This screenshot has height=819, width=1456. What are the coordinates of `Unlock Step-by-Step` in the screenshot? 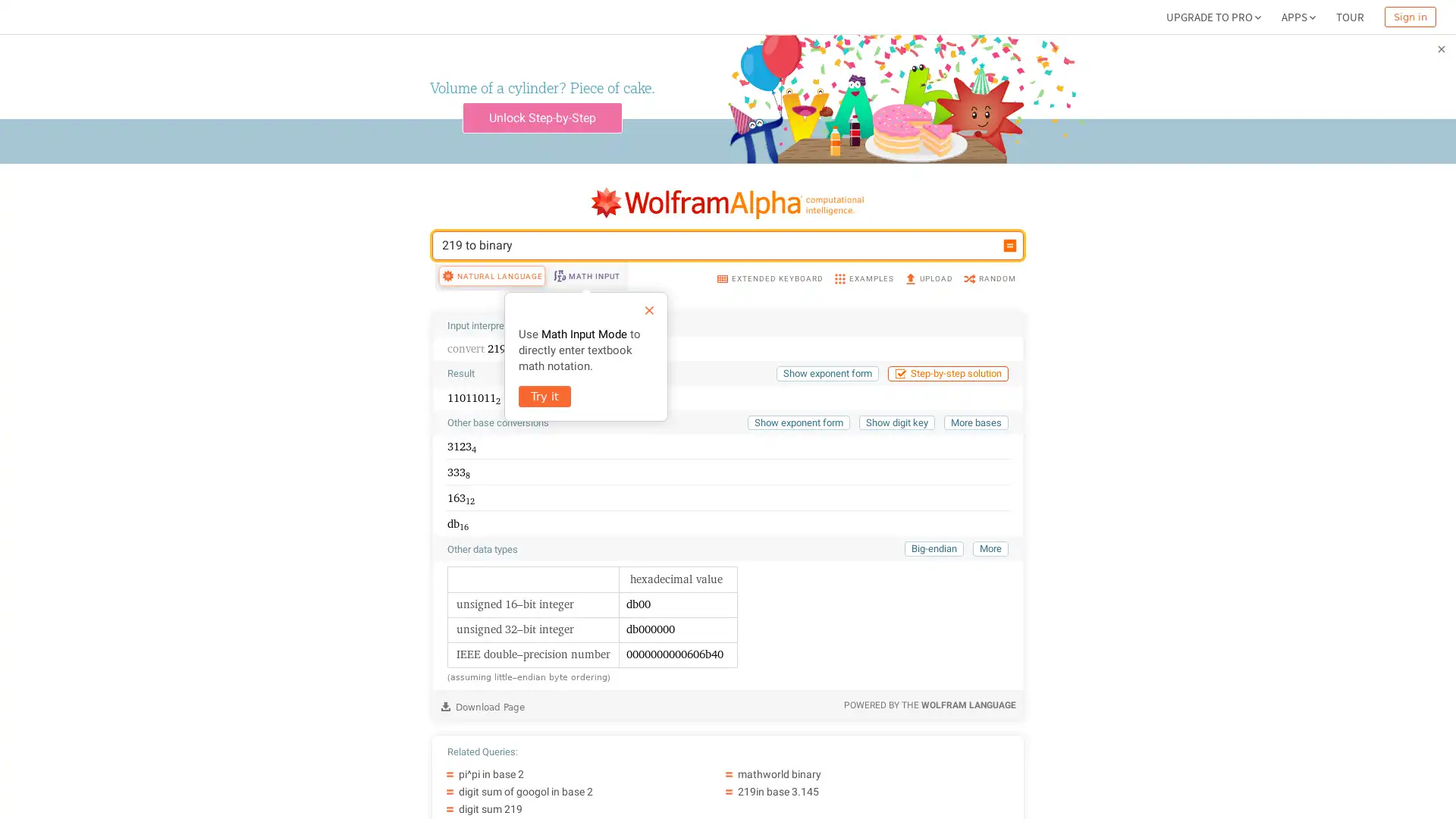 It's located at (541, 117).